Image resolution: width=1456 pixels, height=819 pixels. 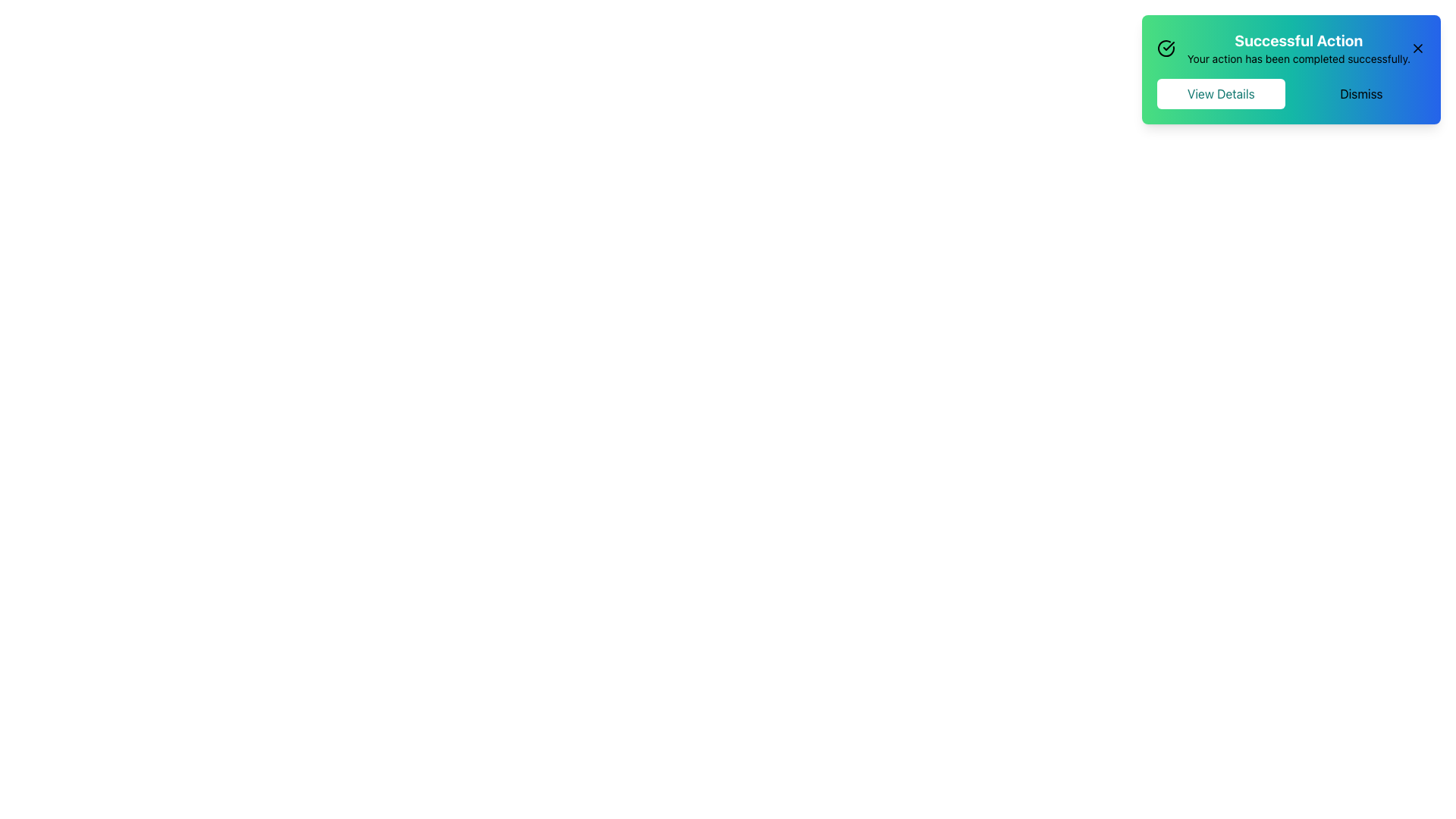 I want to click on the 'View Details' button located at the bottom of the notification box in the top-right corner of the interface, so click(x=1290, y=93).